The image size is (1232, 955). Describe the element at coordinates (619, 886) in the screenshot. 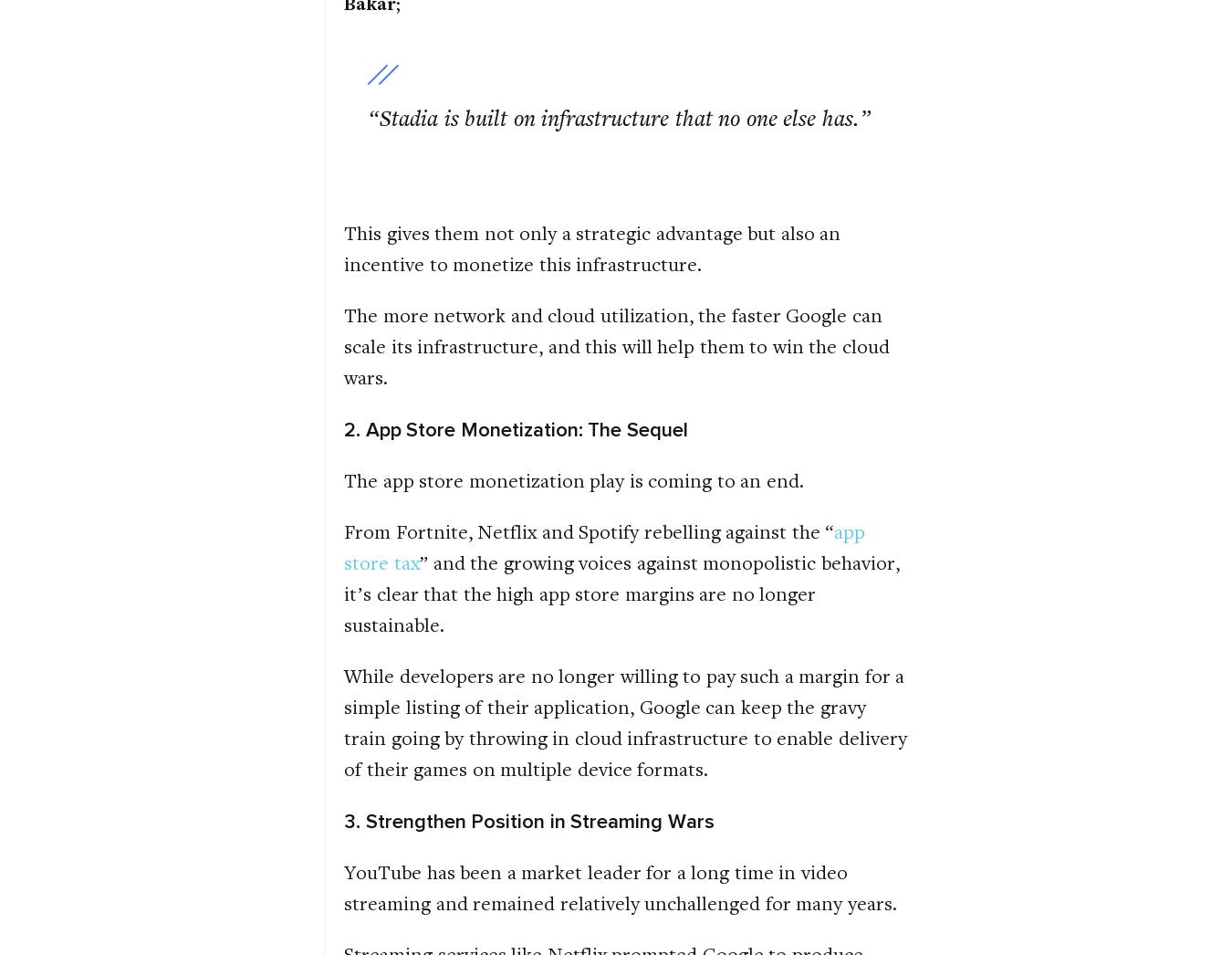

I see `'YouTube has been a market leader for a long time in video streaming and remained relatively unchallenged for many years.'` at that location.